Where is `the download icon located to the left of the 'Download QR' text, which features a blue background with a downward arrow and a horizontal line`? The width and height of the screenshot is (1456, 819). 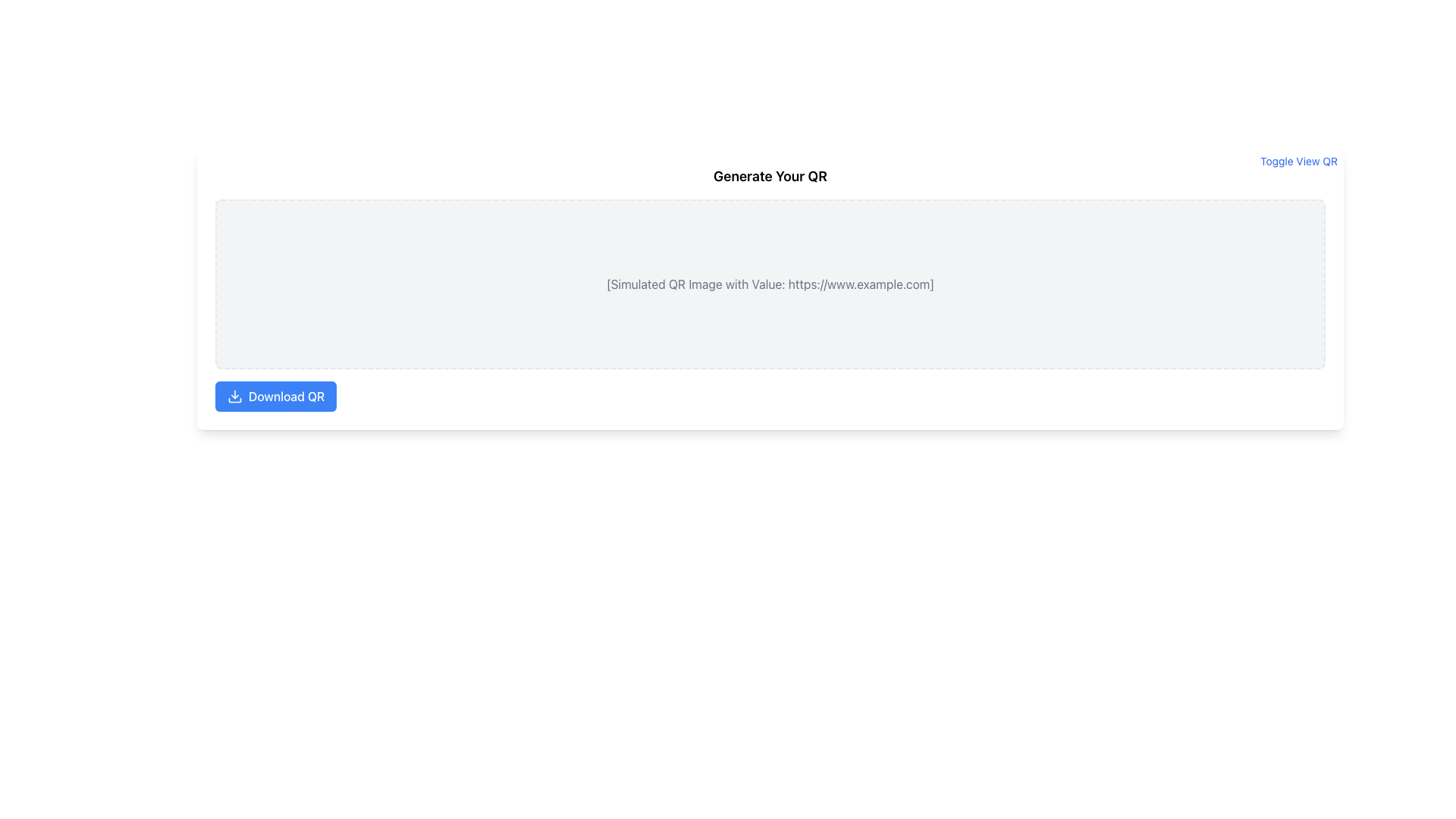
the download icon located to the left of the 'Download QR' text, which features a blue background with a downward arrow and a horizontal line is located at coordinates (234, 396).